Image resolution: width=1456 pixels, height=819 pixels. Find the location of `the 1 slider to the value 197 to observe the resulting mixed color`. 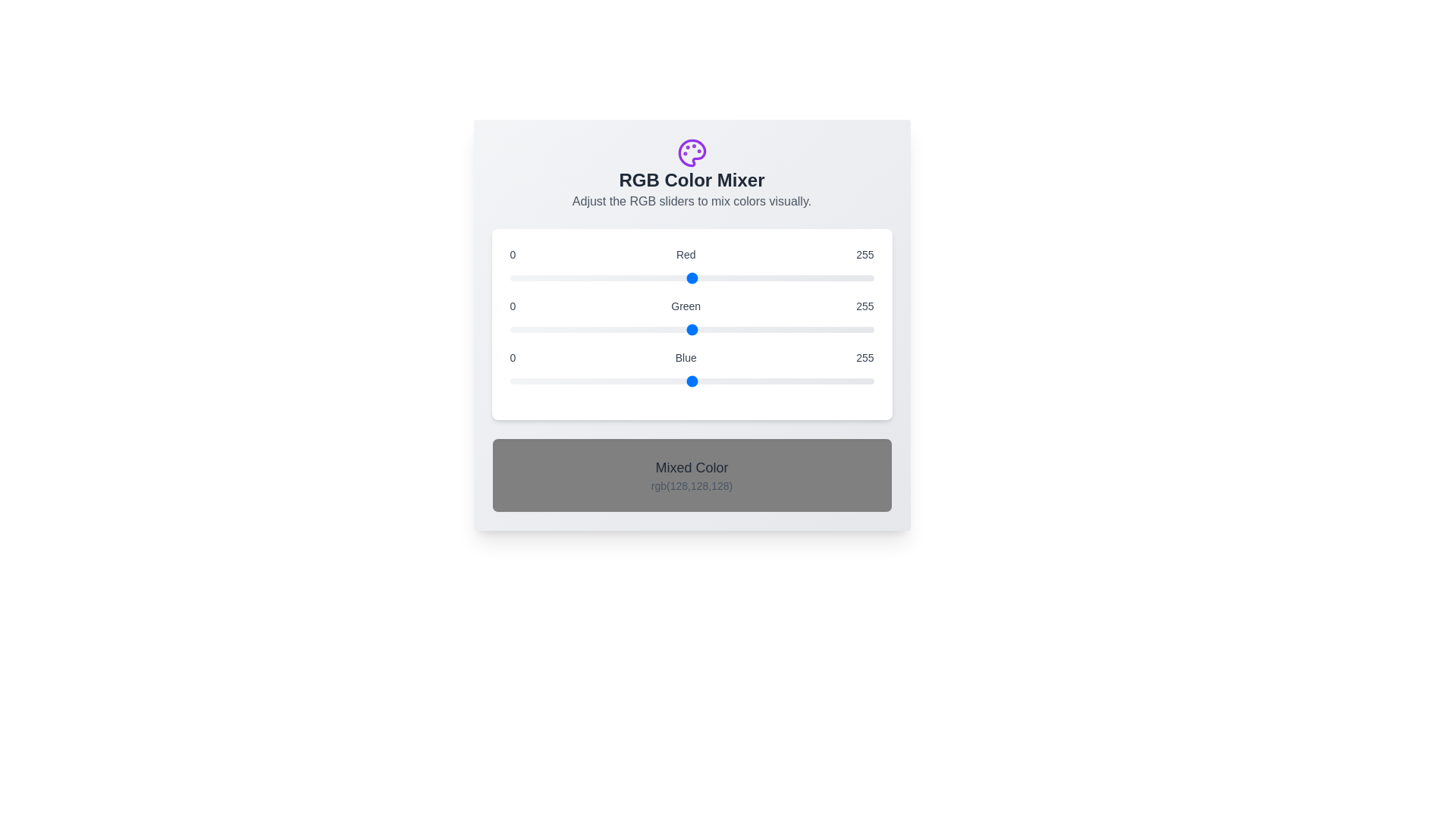

the 1 slider to the value 197 to observe the resulting mixed color is located at coordinates (691, 329).